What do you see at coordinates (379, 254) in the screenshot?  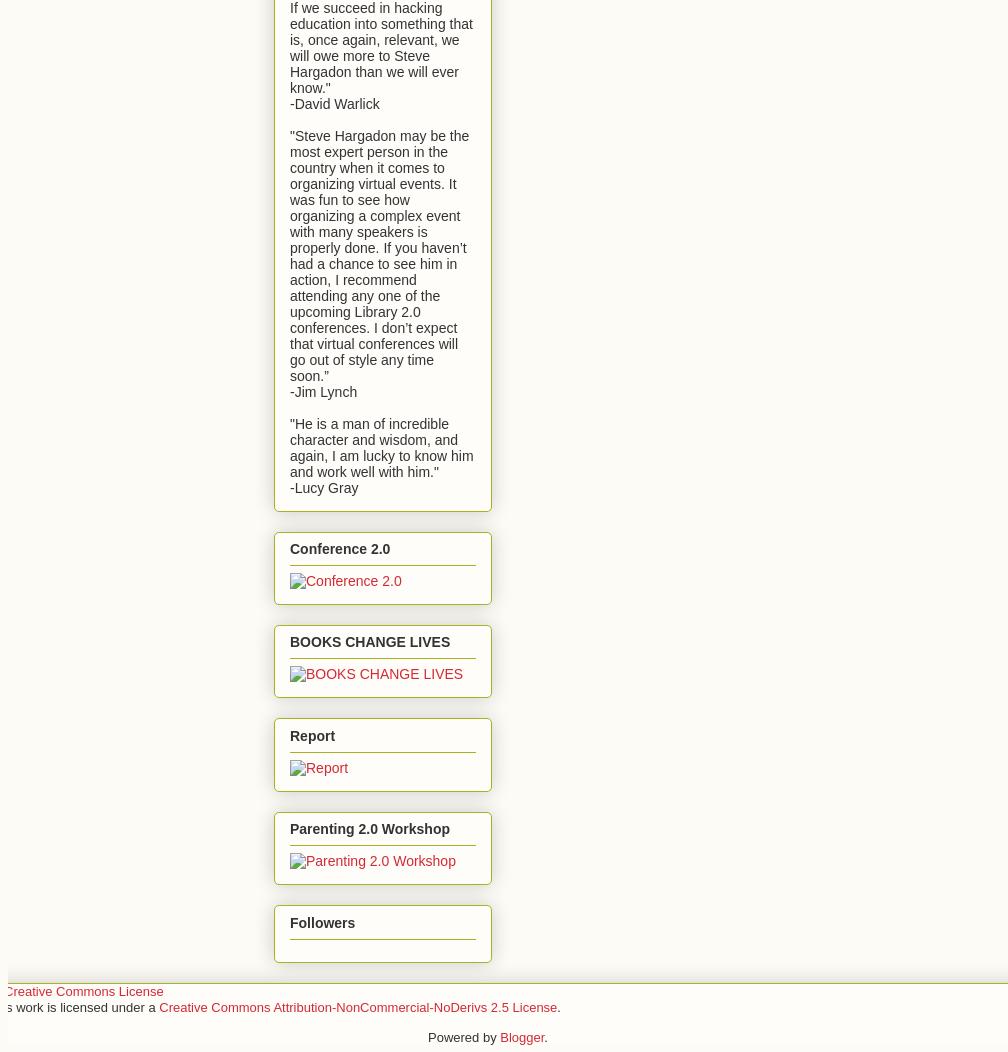 I see `'"Steve Hargadon may be the most expert person in the country when it comes to organizing virtual events. It was fun to see how organizing a complex event with many speakers is properly done. If you haven’t had a chance to see him in action, I recommend attending any one of the upcoming Library 2.0 conferences. I don’t expect that virtual conferences will go out of style any time soon.”'` at bounding box center [379, 254].